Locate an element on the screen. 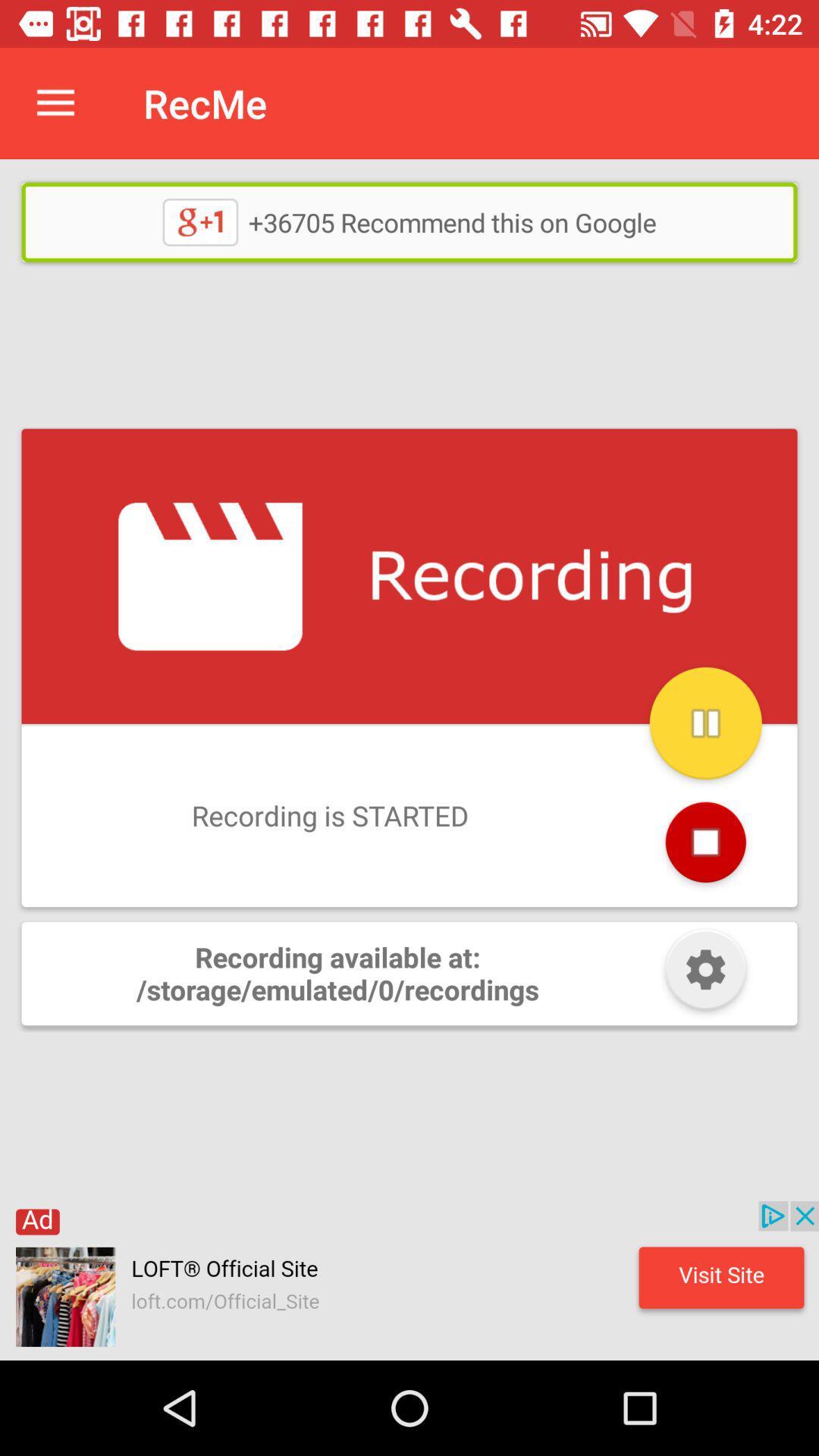  button image is located at coordinates (705, 973).